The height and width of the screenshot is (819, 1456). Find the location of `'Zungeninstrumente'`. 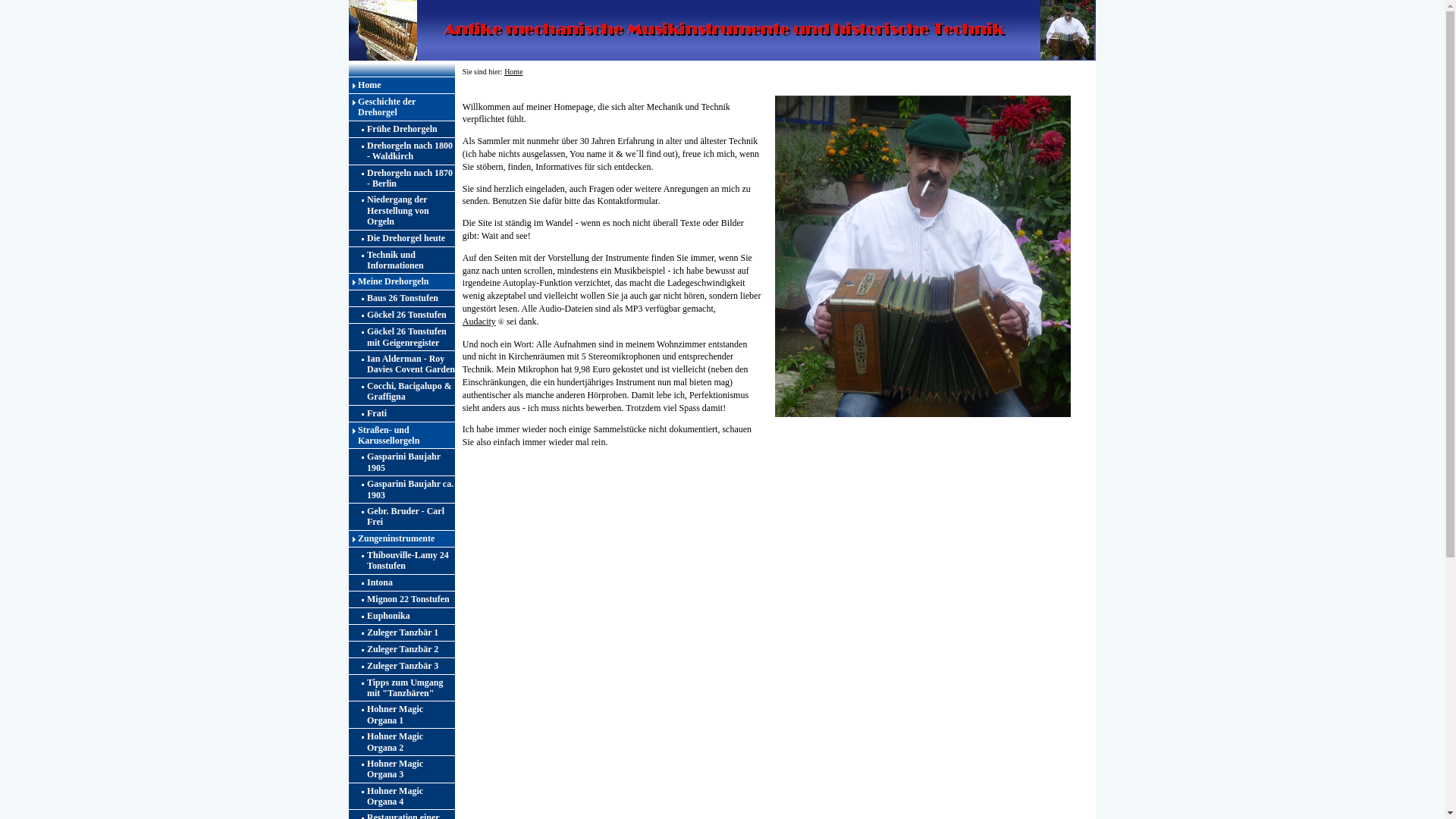

'Zungeninstrumente' is located at coordinates (401, 538).